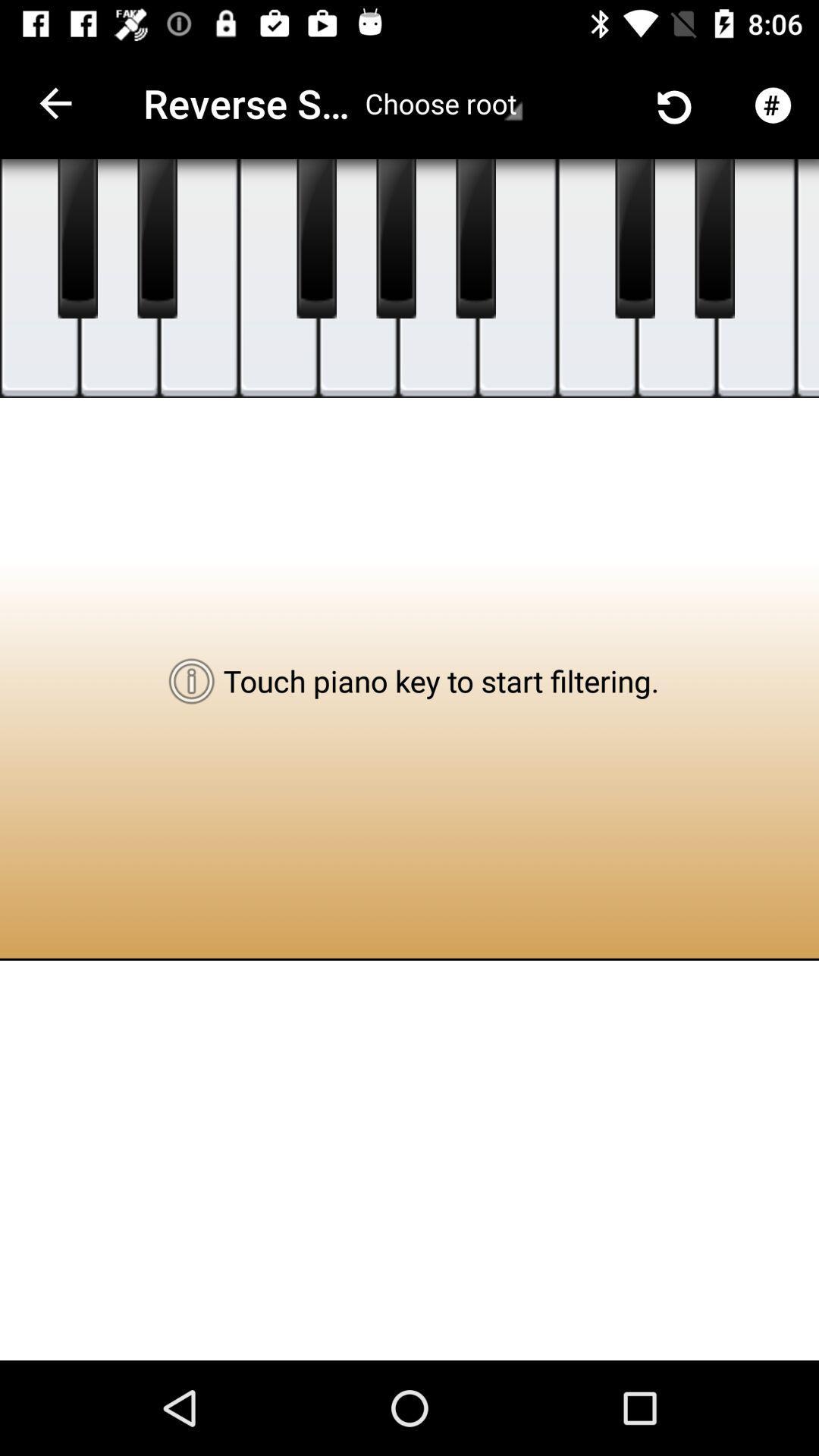 This screenshot has width=819, height=1456. I want to click on icon to the right of choose root, so click(579, 102).